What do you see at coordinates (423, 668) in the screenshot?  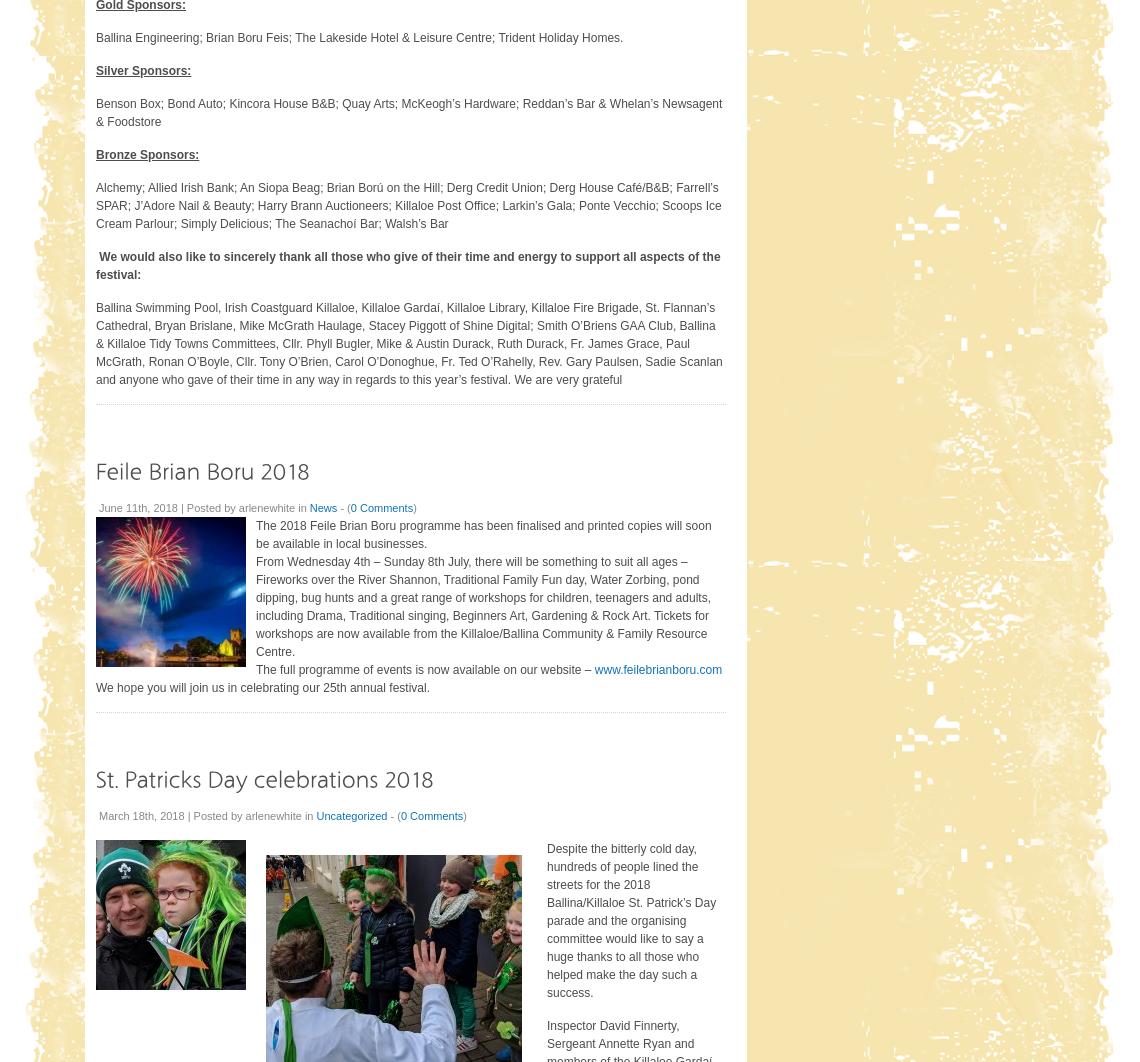 I see `'The full programme of events is now available on our website –'` at bounding box center [423, 668].